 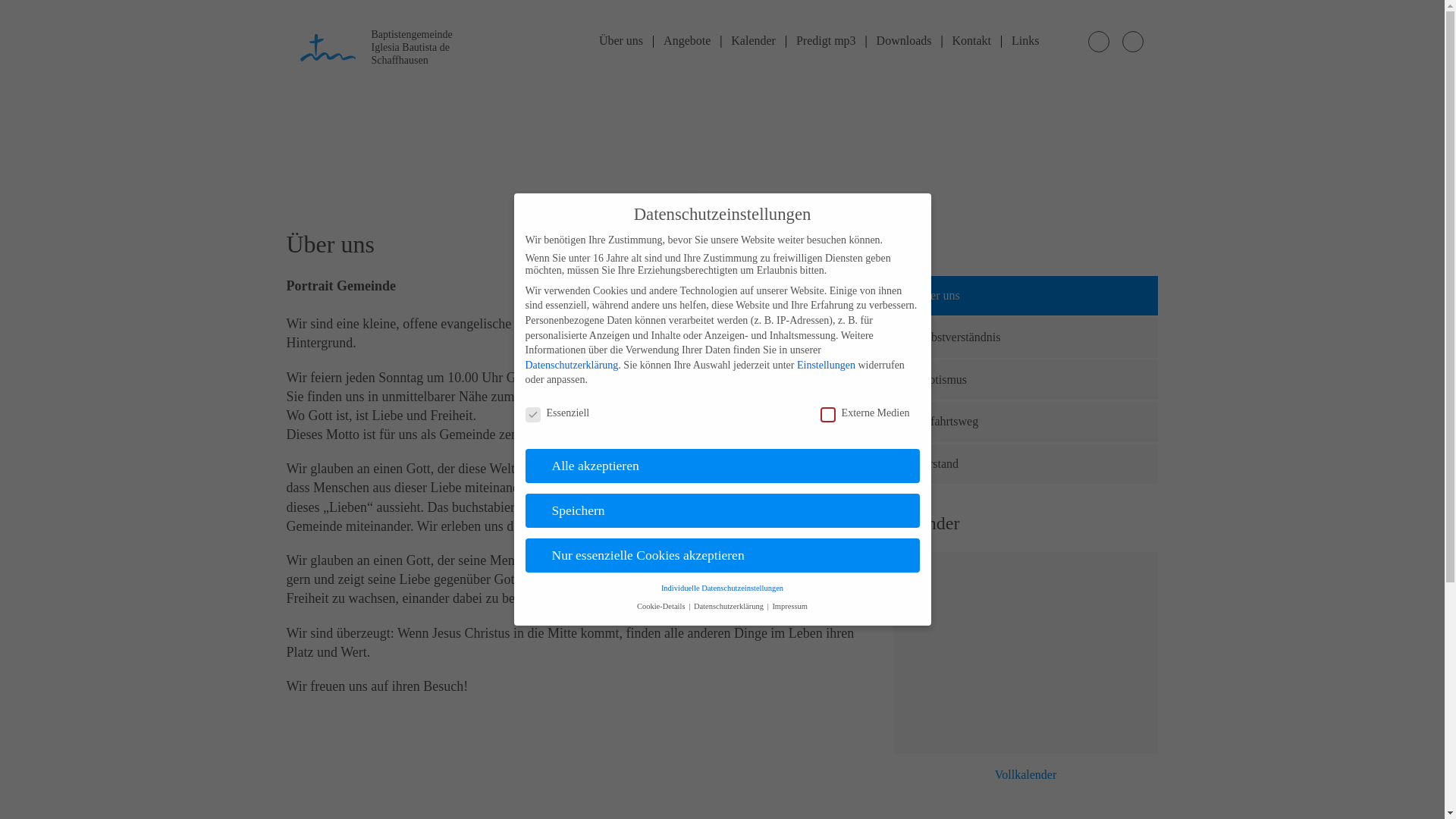 I want to click on 'Predigt mp3', so click(x=825, y=39).